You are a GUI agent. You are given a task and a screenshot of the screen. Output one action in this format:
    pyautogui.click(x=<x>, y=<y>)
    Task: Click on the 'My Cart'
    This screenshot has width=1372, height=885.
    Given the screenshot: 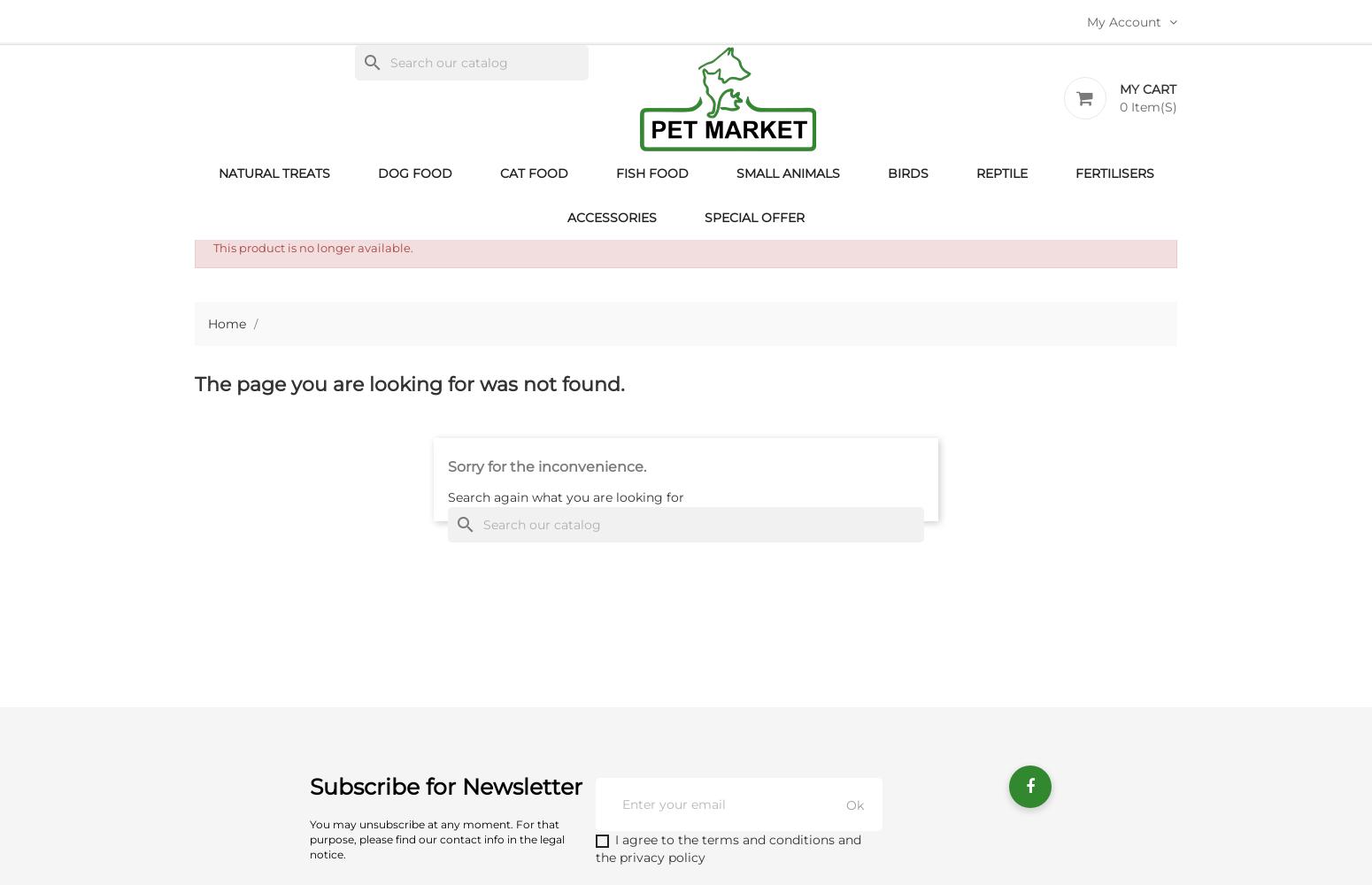 What is the action you would take?
    pyautogui.click(x=1145, y=88)
    